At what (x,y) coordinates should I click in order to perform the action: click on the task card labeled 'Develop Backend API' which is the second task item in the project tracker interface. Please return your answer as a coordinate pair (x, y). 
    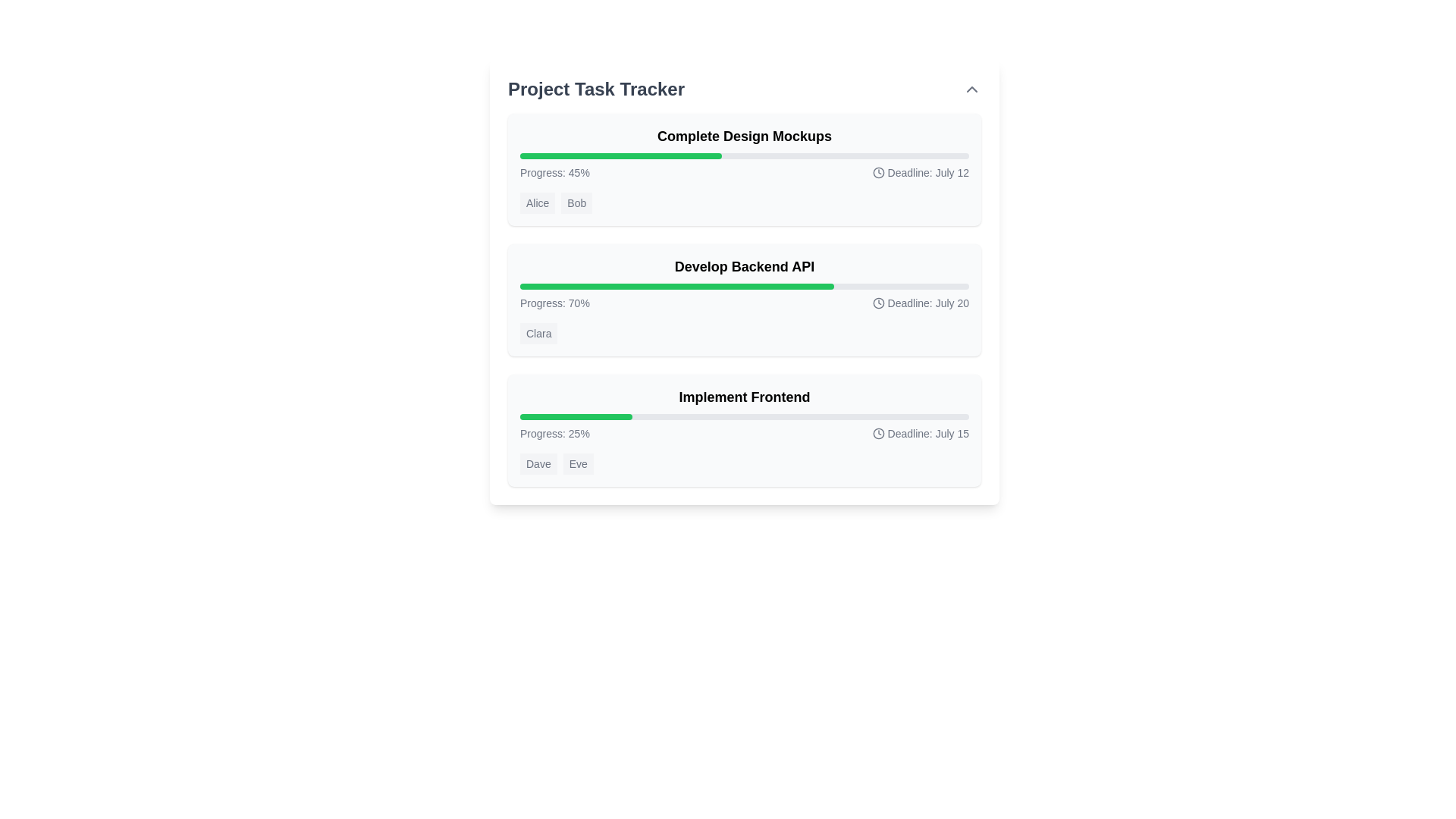
    Looking at the image, I should click on (745, 300).